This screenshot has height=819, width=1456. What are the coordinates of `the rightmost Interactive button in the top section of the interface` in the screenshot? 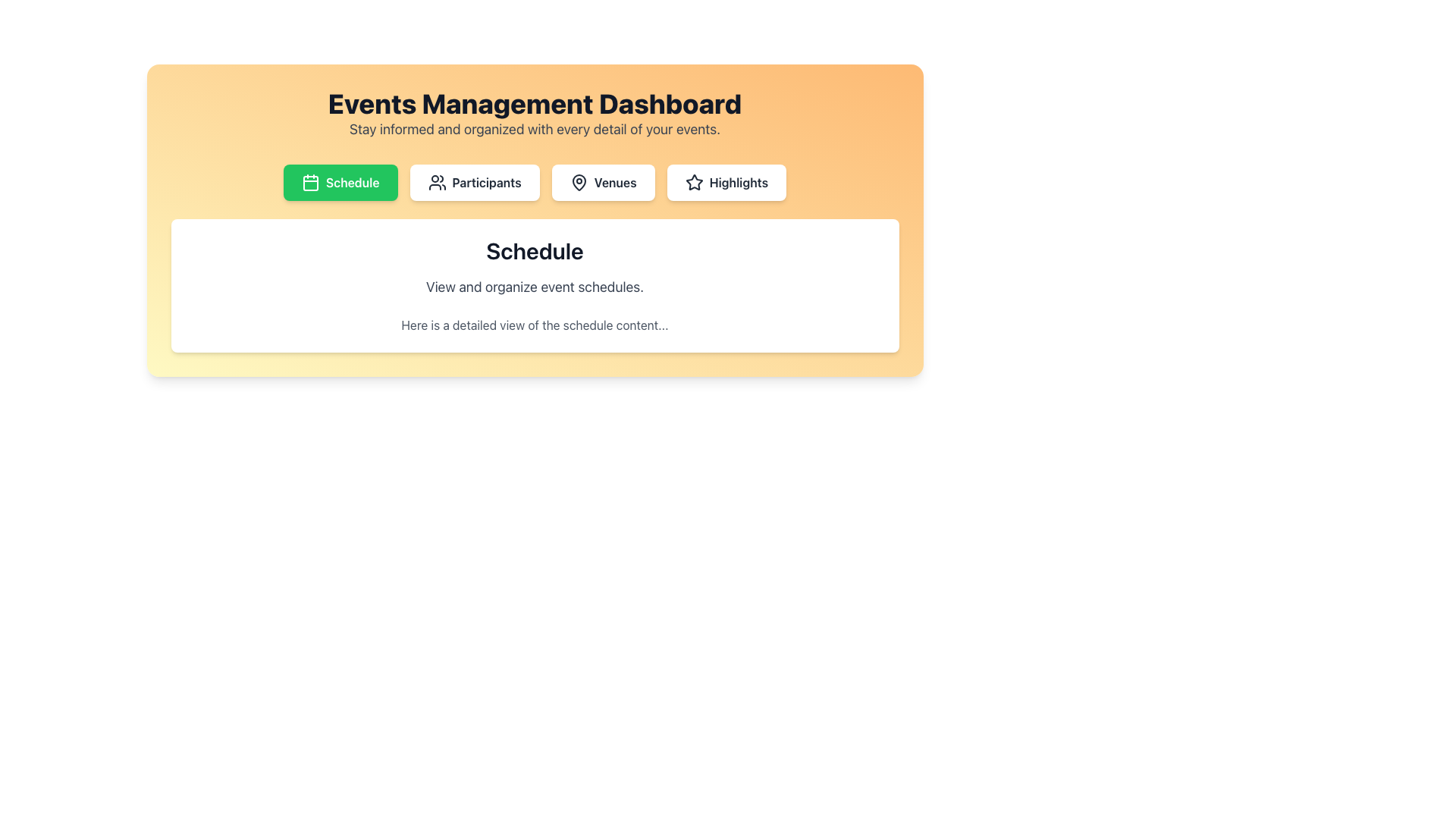 It's located at (726, 181).